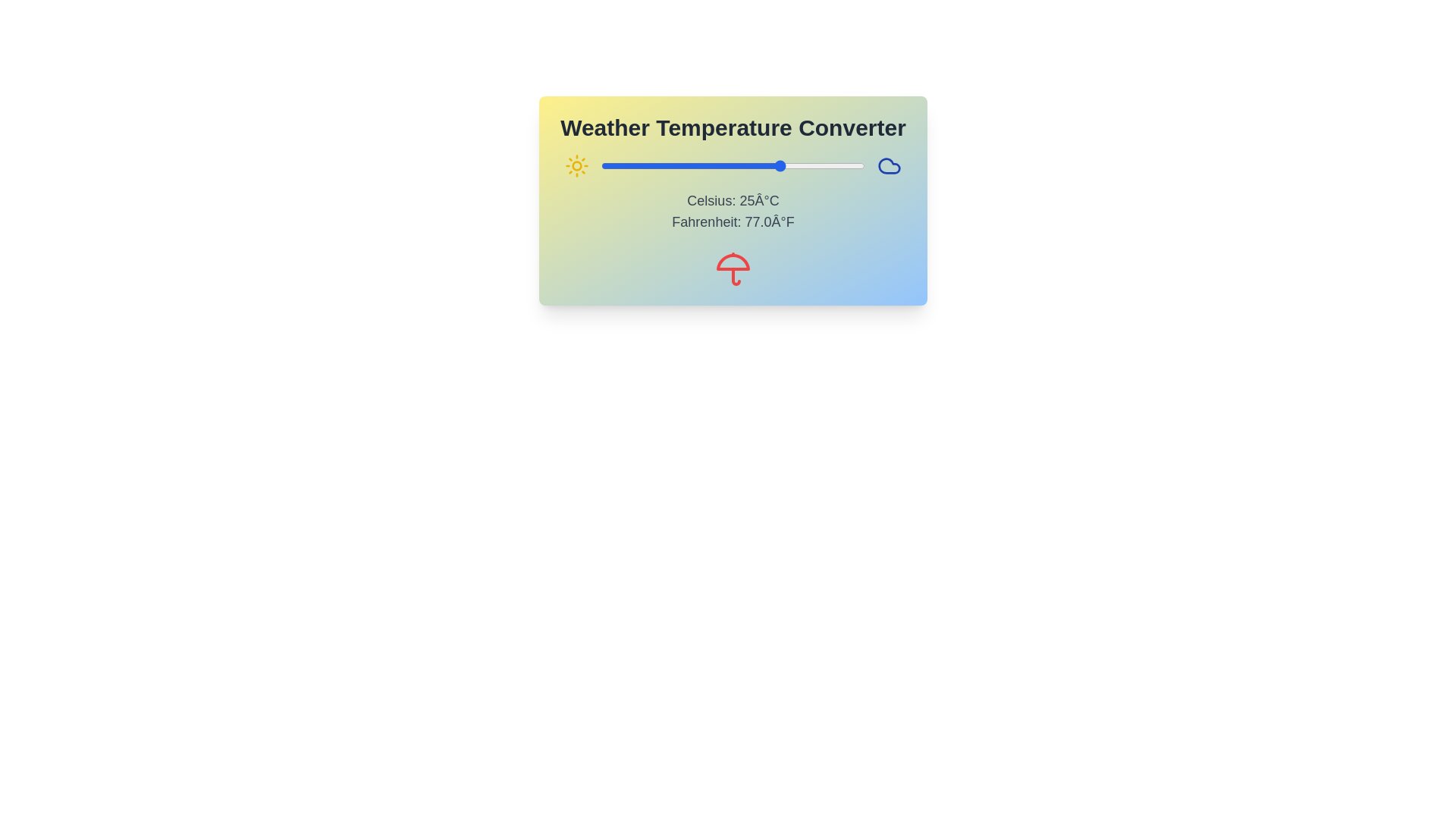 The width and height of the screenshot is (1456, 819). What do you see at coordinates (838, 166) in the screenshot?
I see `the temperature slider to set the Celsius value to 42` at bounding box center [838, 166].